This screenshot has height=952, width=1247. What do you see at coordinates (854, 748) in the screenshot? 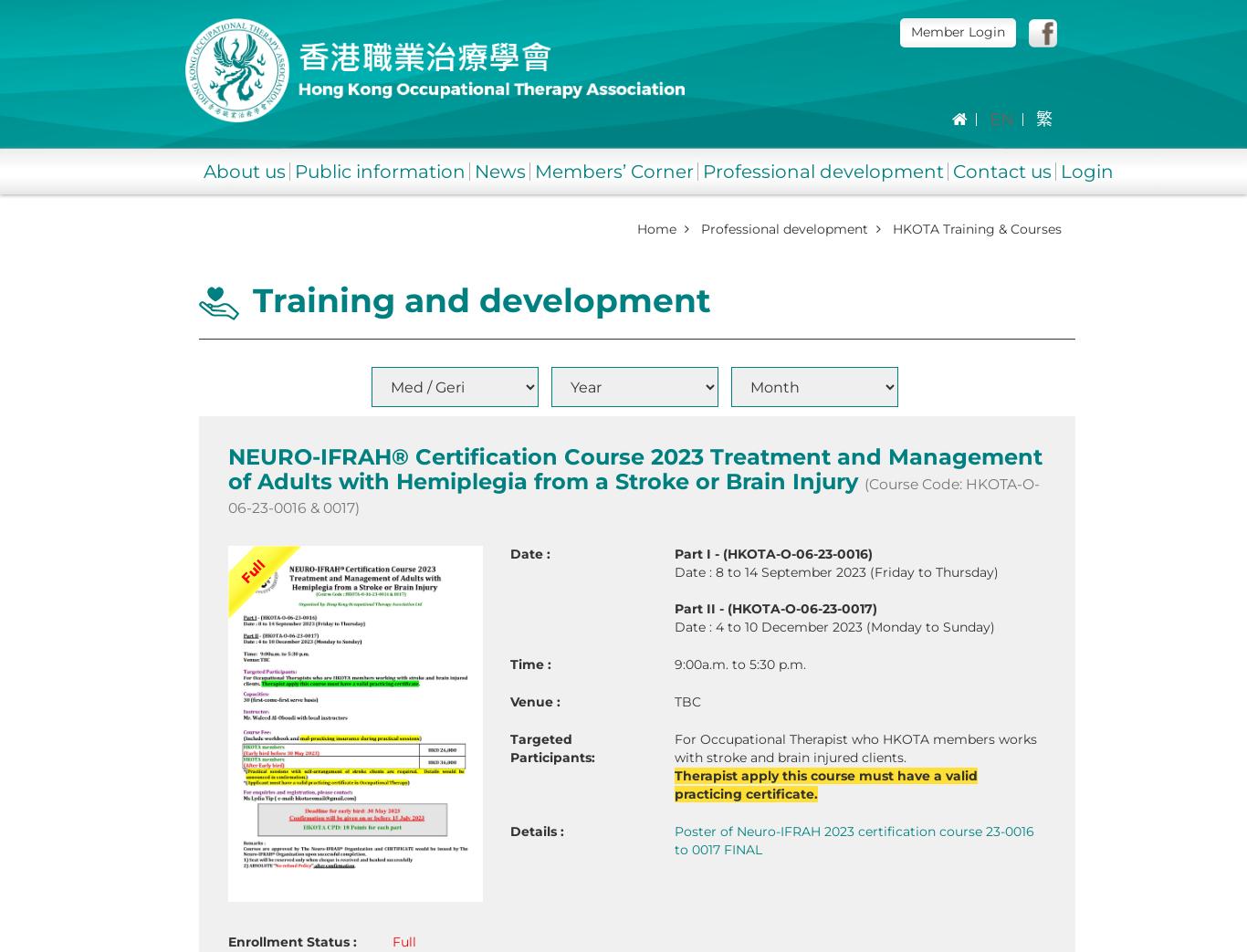
I see `'For Occupational Therapist who HKOTA members works with stroke and brain injured clients.'` at bounding box center [854, 748].